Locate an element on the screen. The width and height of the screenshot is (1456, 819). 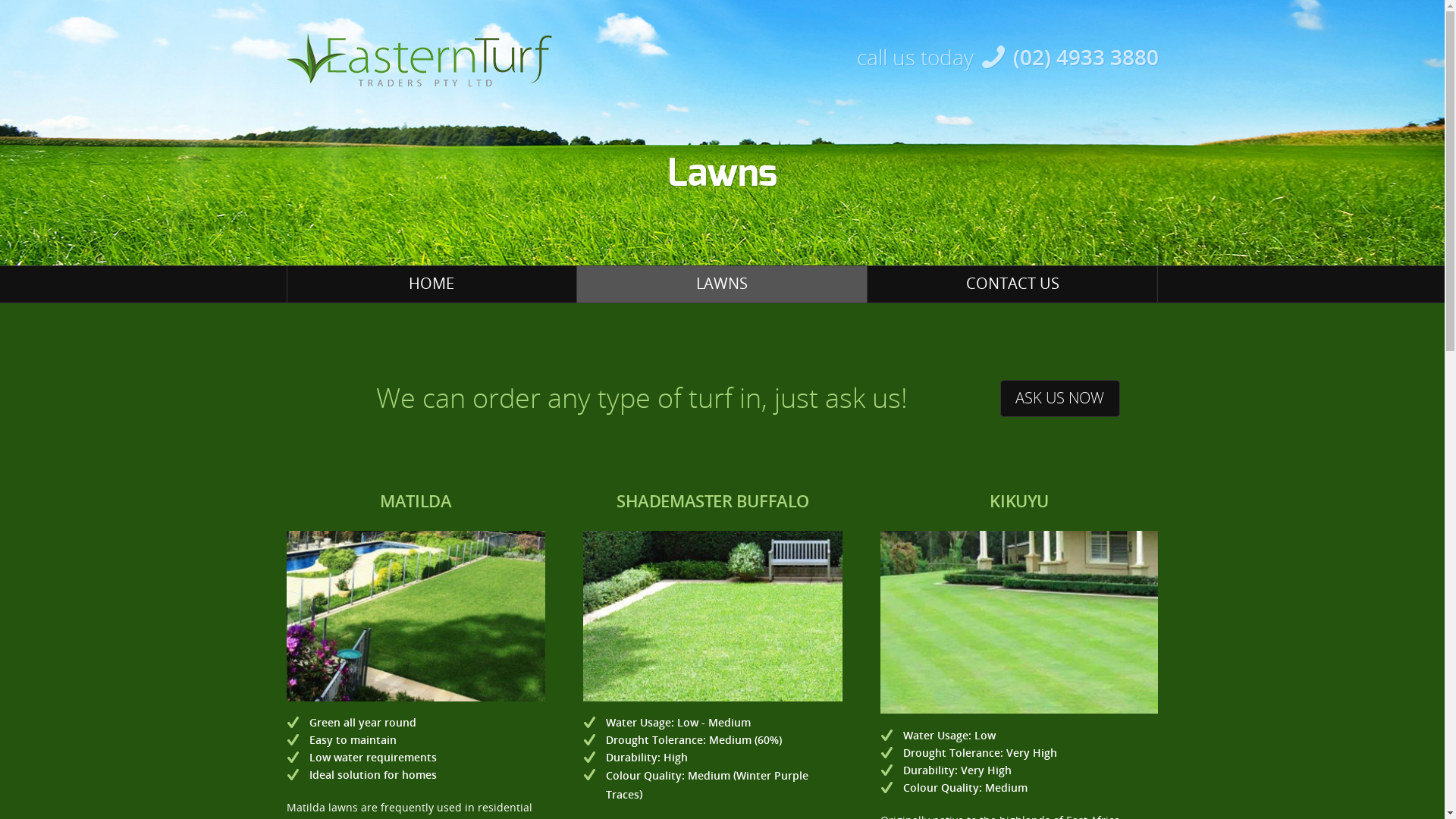
'HOME' is located at coordinates (430, 284).